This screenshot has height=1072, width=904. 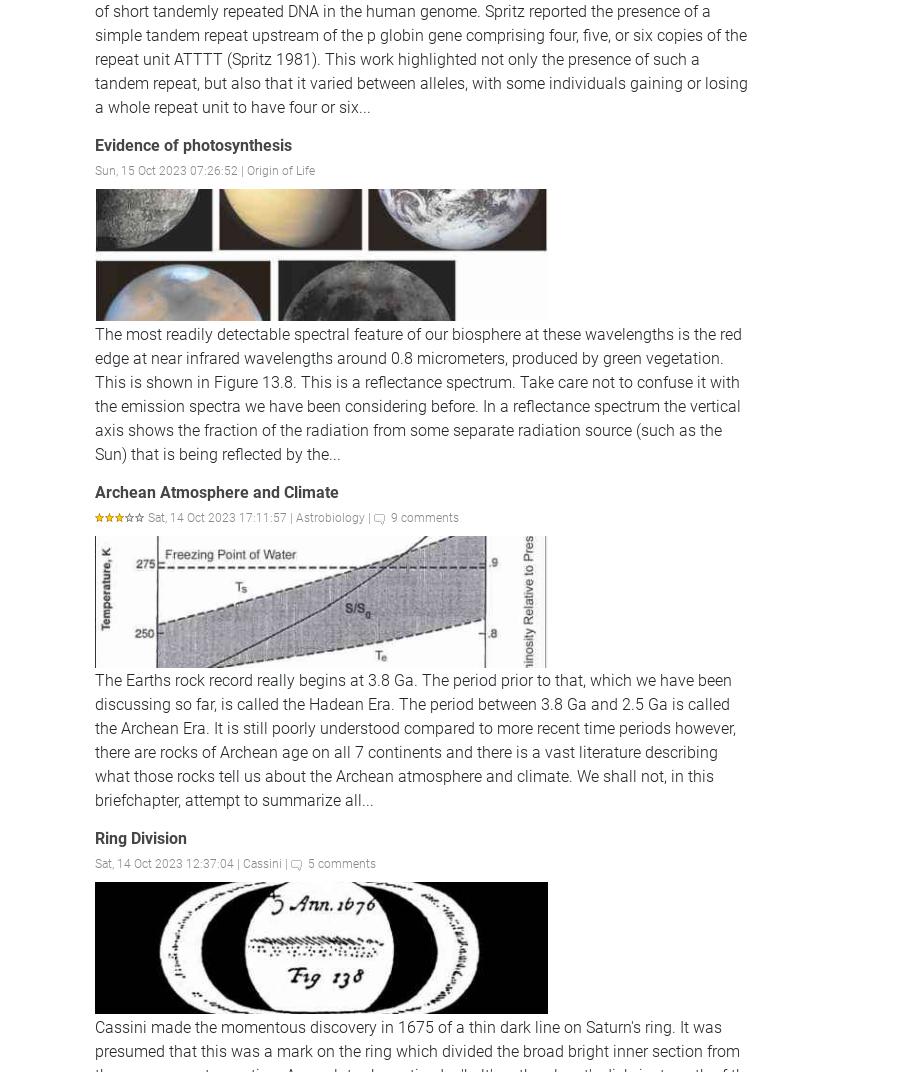 What do you see at coordinates (171, 169) in the screenshot?
I see `'Sun, 15 Oct 2023 07:26:52                                    |'` at bounding box center [171, 169].